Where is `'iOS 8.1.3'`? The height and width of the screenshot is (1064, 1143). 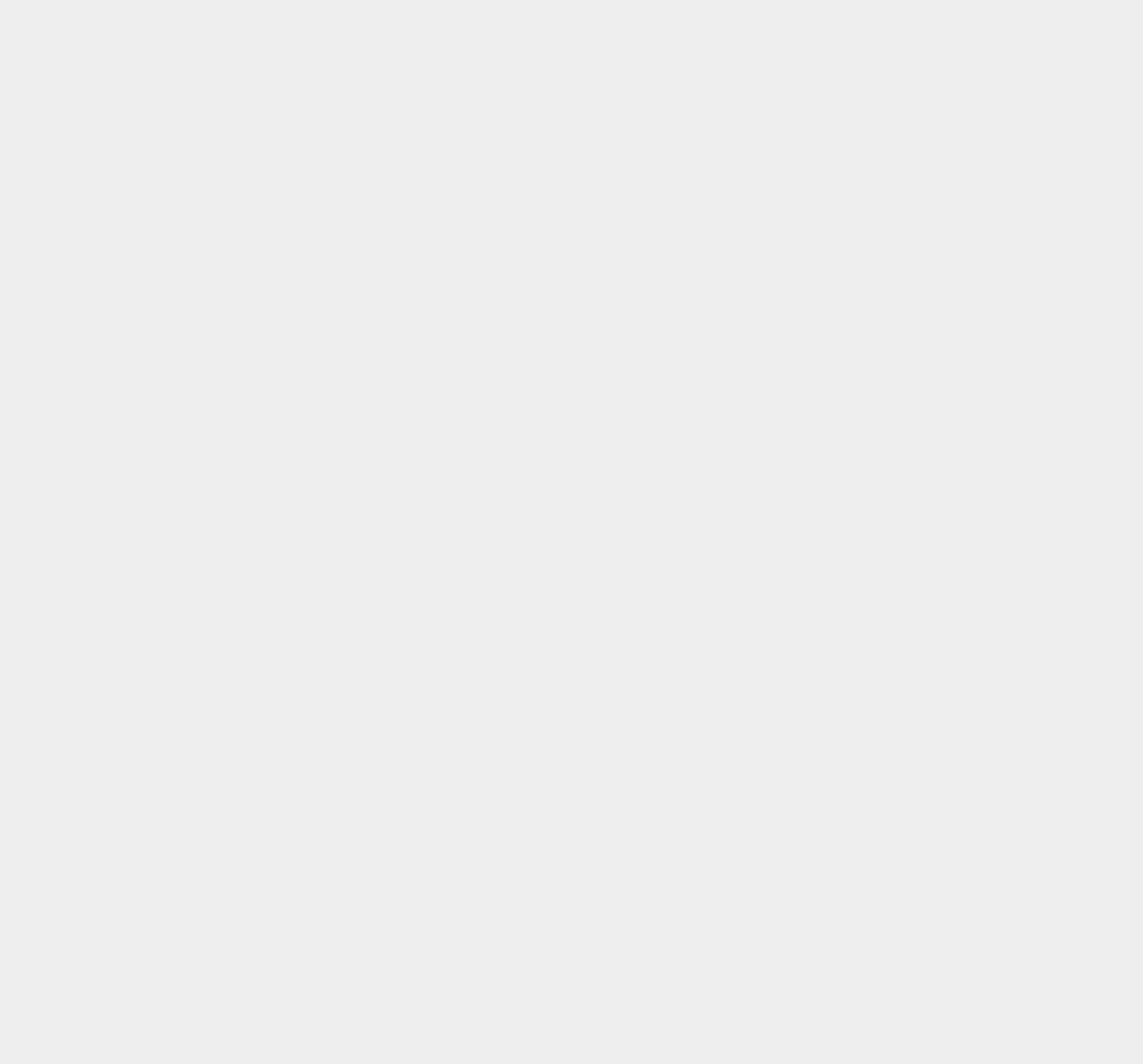 'iOS 8.1.3' is located at coordinates (834, 86).